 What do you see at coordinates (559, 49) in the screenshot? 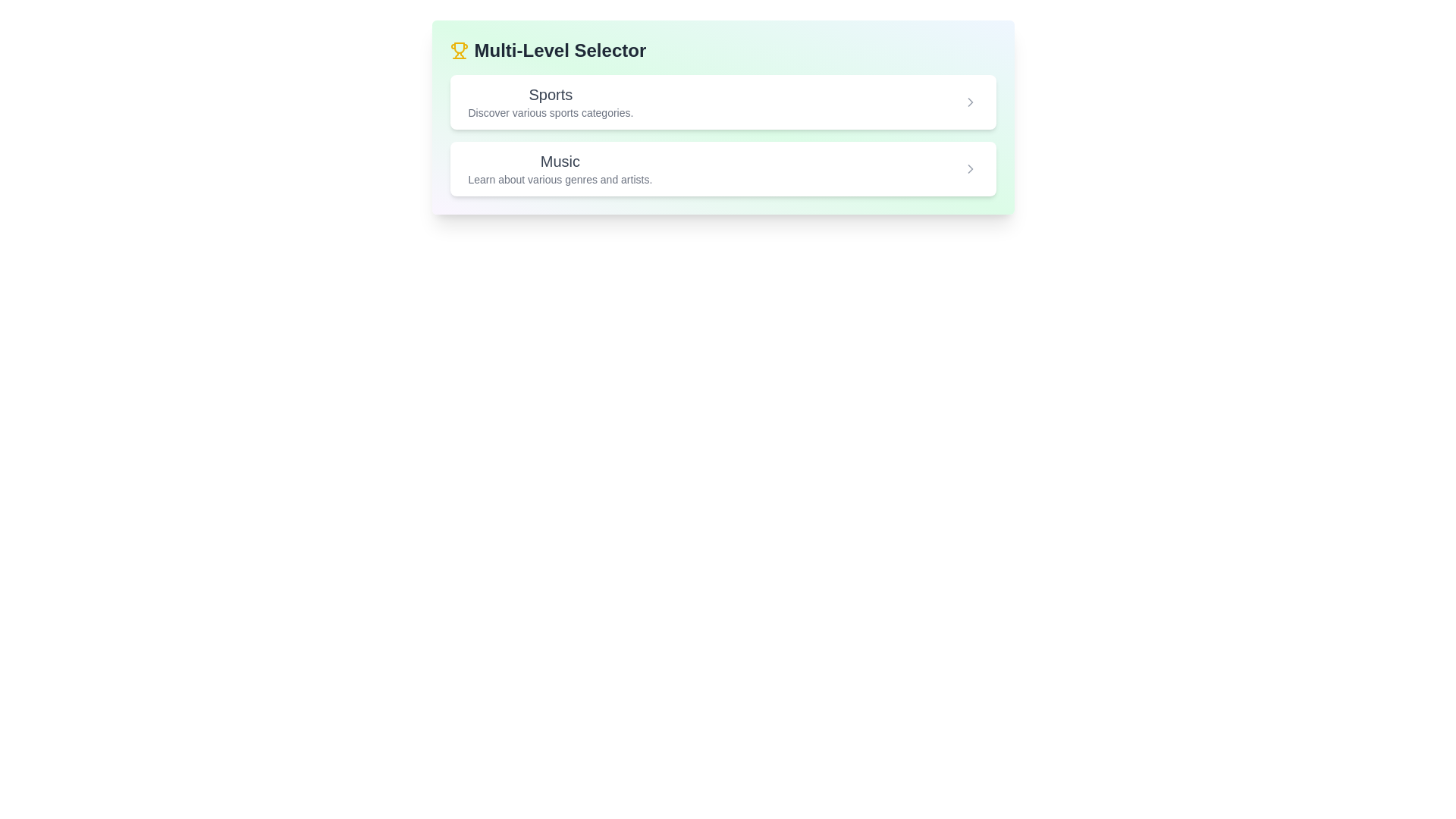
I see `title text located in the top-left section of the content card, positioned to the right of the trophy-shaped icon` at bounding box center [559, 49].